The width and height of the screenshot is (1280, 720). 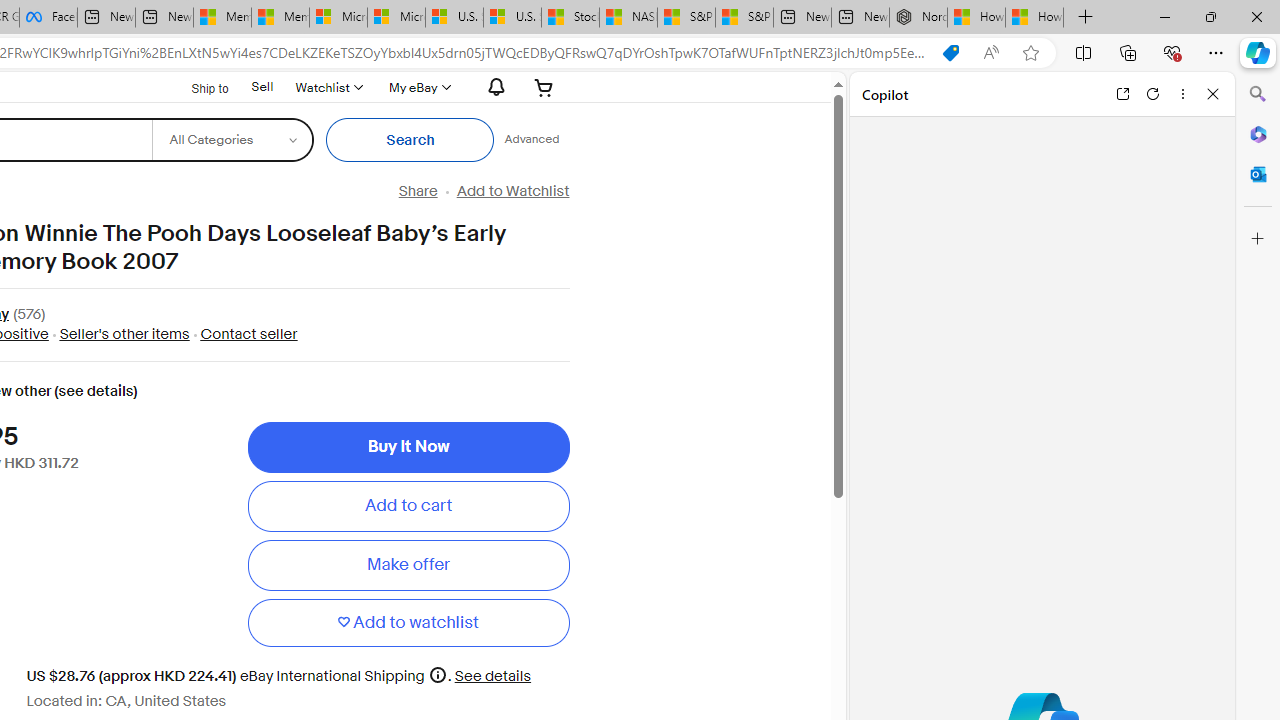 I want to click on 'Make offer', so click(x=407, y=565).